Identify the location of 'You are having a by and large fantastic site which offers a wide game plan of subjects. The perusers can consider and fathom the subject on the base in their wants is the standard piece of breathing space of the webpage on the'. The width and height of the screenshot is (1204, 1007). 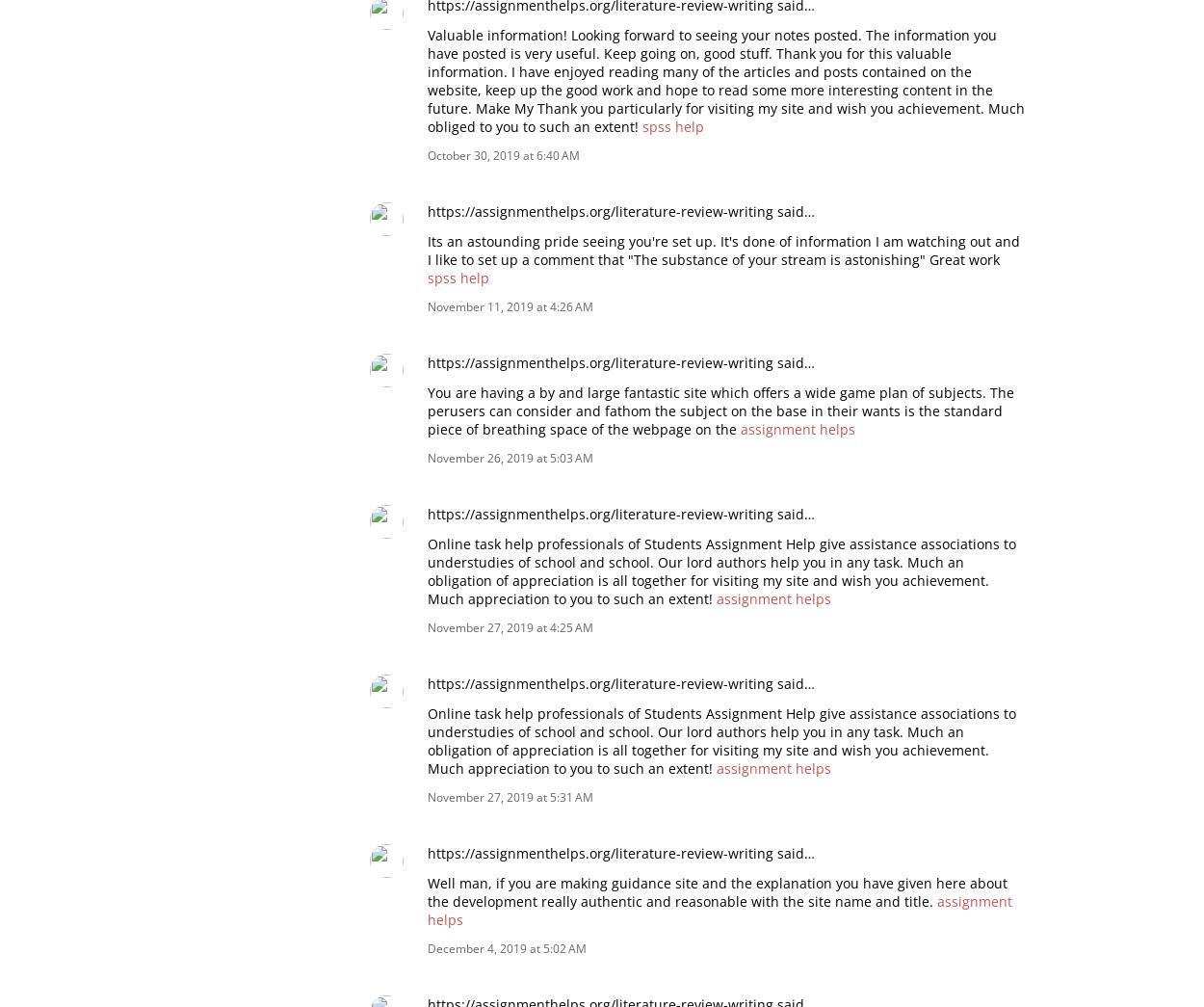
(720, 410).